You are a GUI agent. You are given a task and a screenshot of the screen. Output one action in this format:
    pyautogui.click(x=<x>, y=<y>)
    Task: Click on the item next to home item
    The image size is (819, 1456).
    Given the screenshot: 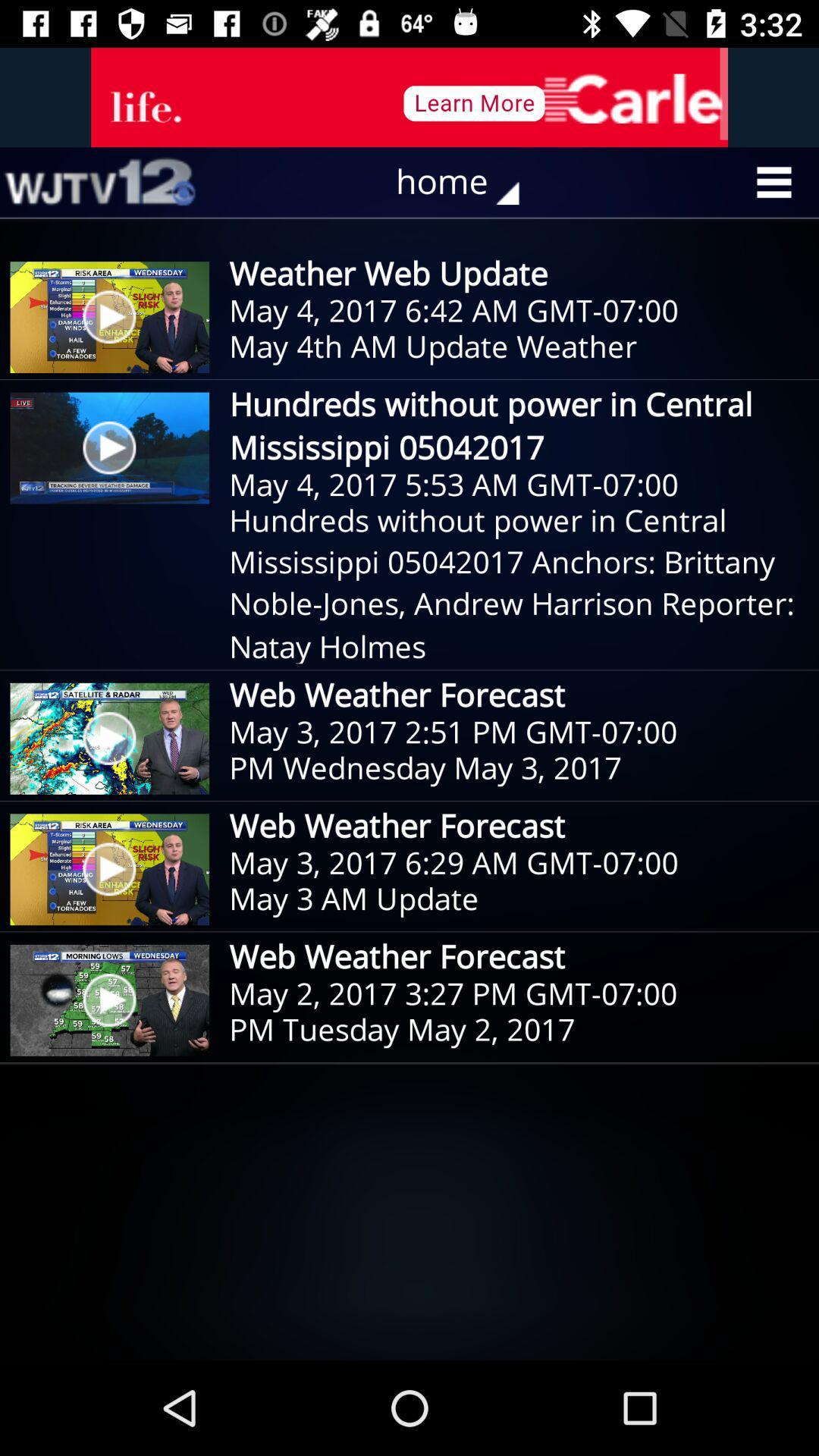 What is the action you would take?
    pyautogui.click(x=99, y=182)
    